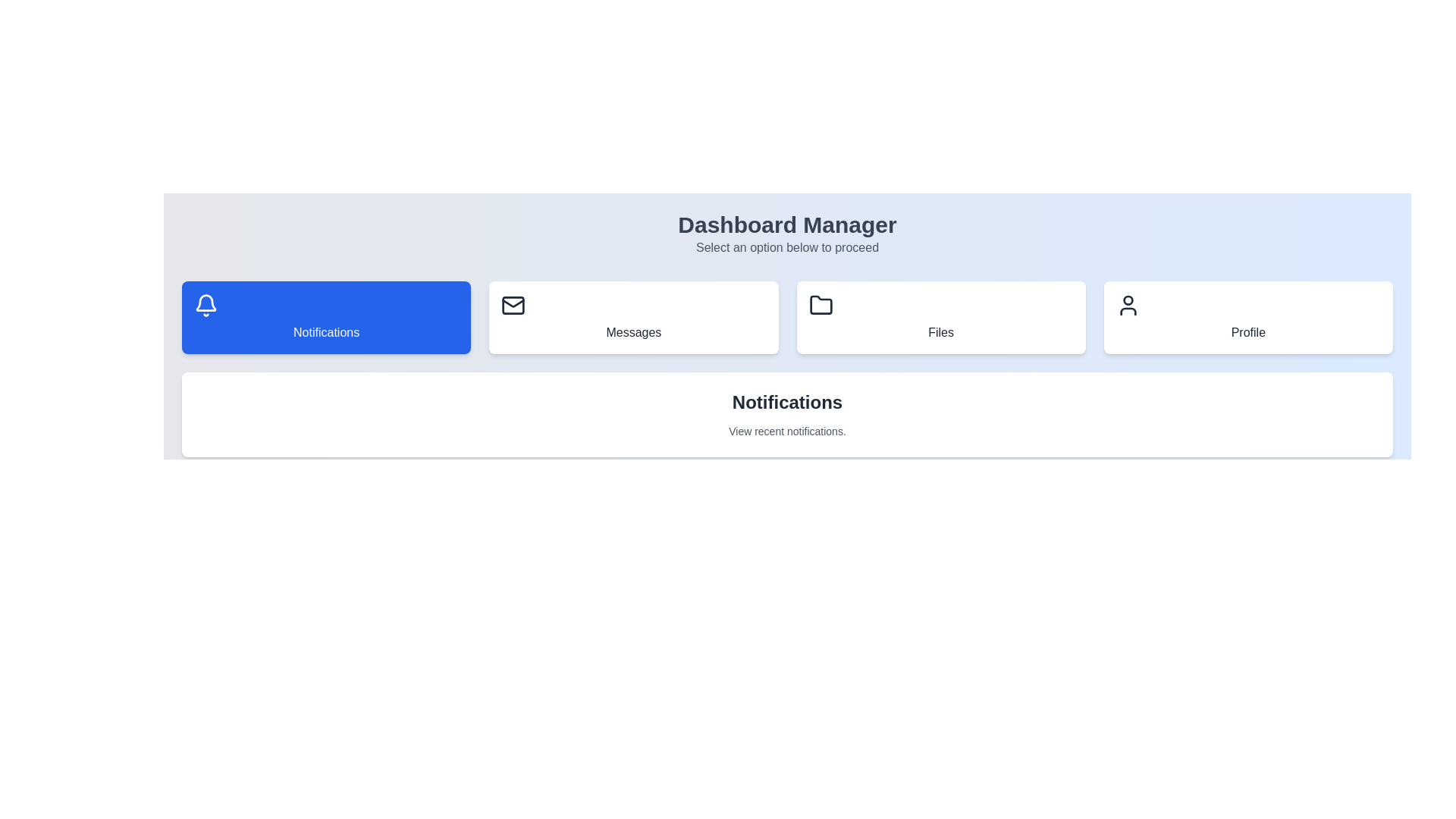 The height and width of the screenshot is (819, 1456). What do you see at coordinates (206, 305) in the screenshot?
I see `the bell icon as part of the Notifications button located` at bounding box center [206, 305].